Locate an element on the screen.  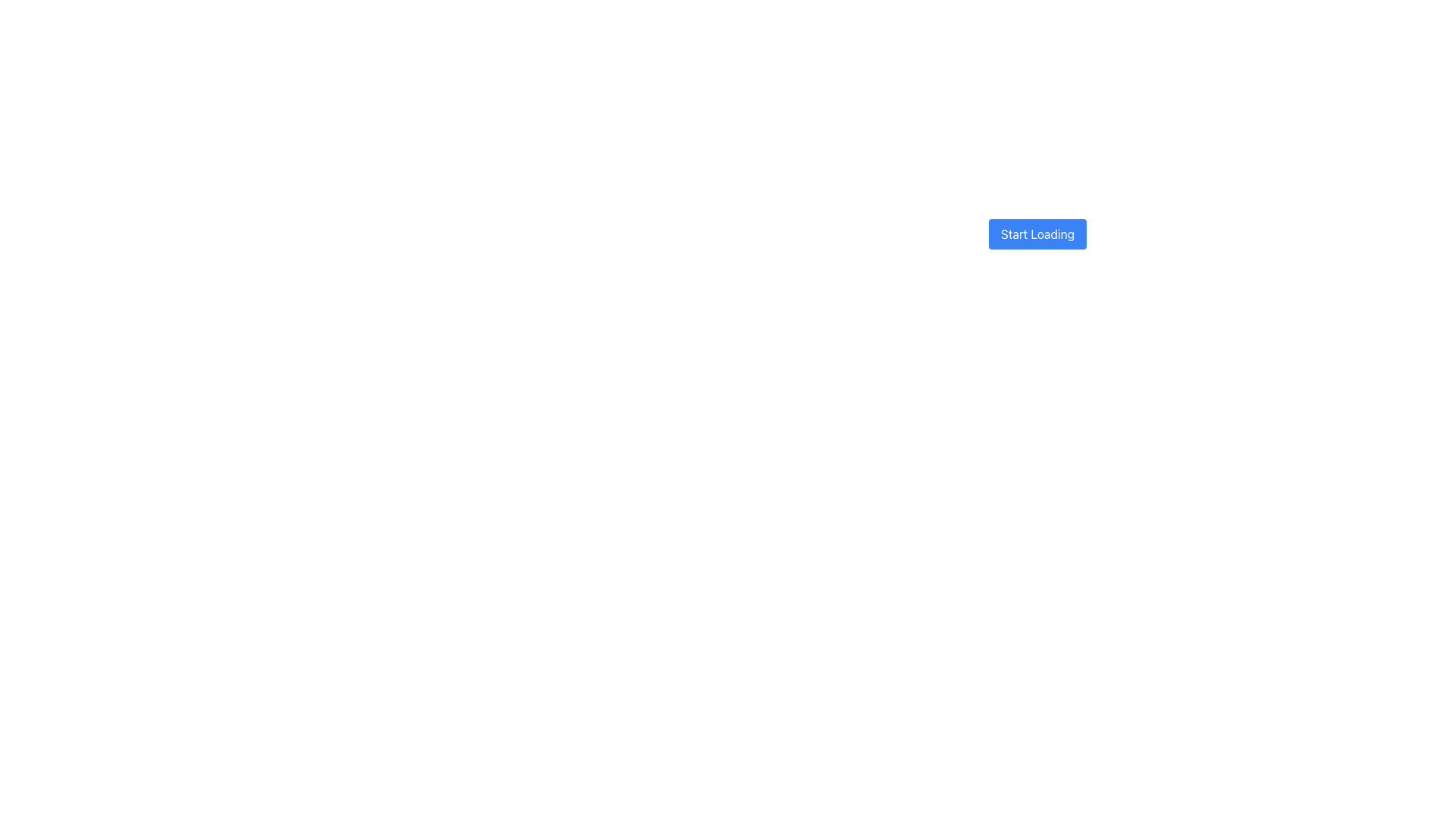
the button that initiates the loading process to observe the scaling effect is located at coordinates (1037, 234).